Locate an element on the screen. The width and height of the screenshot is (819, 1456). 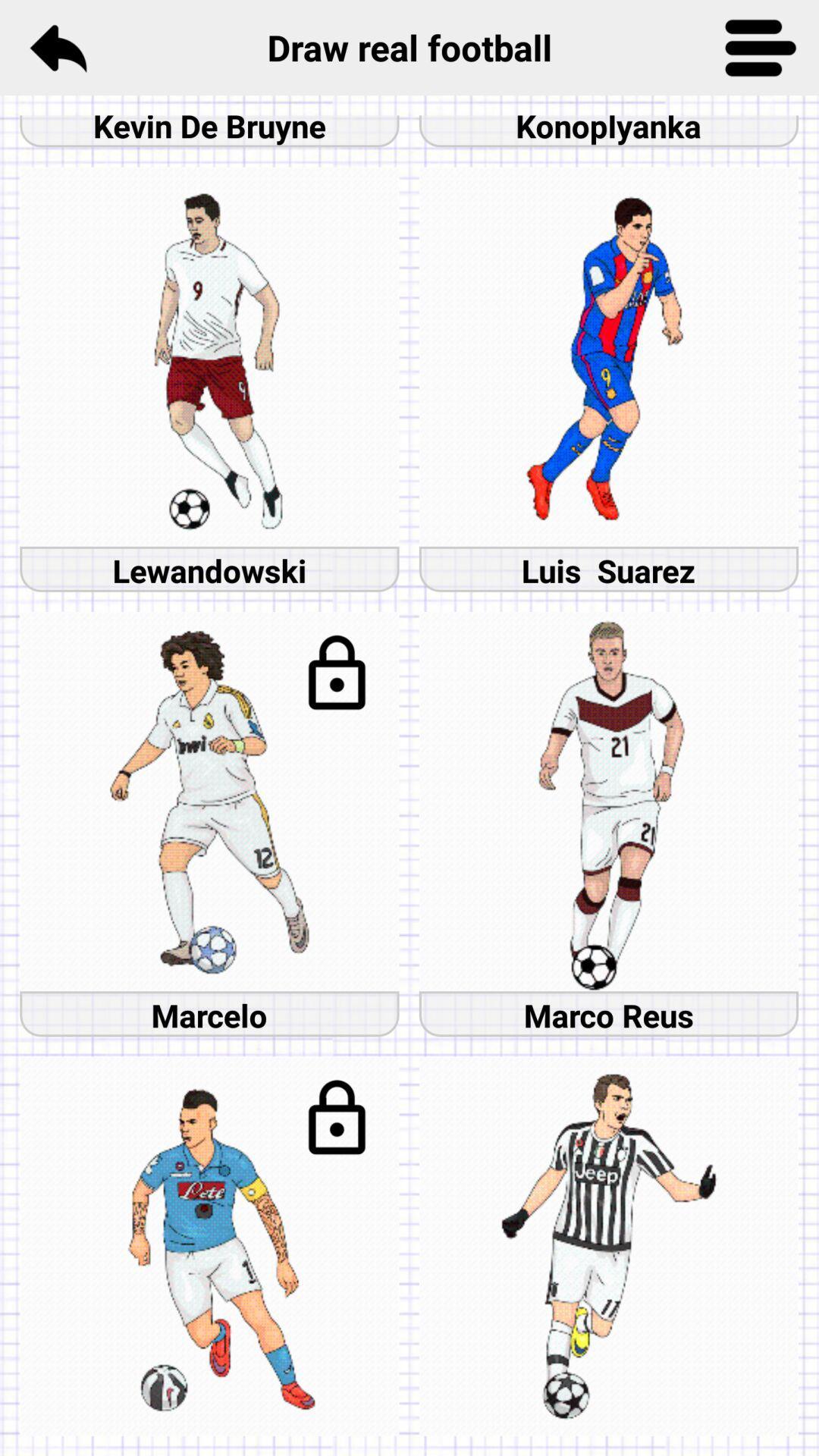
item above kevin de bruyne icon is located at coordinates (57, 47).